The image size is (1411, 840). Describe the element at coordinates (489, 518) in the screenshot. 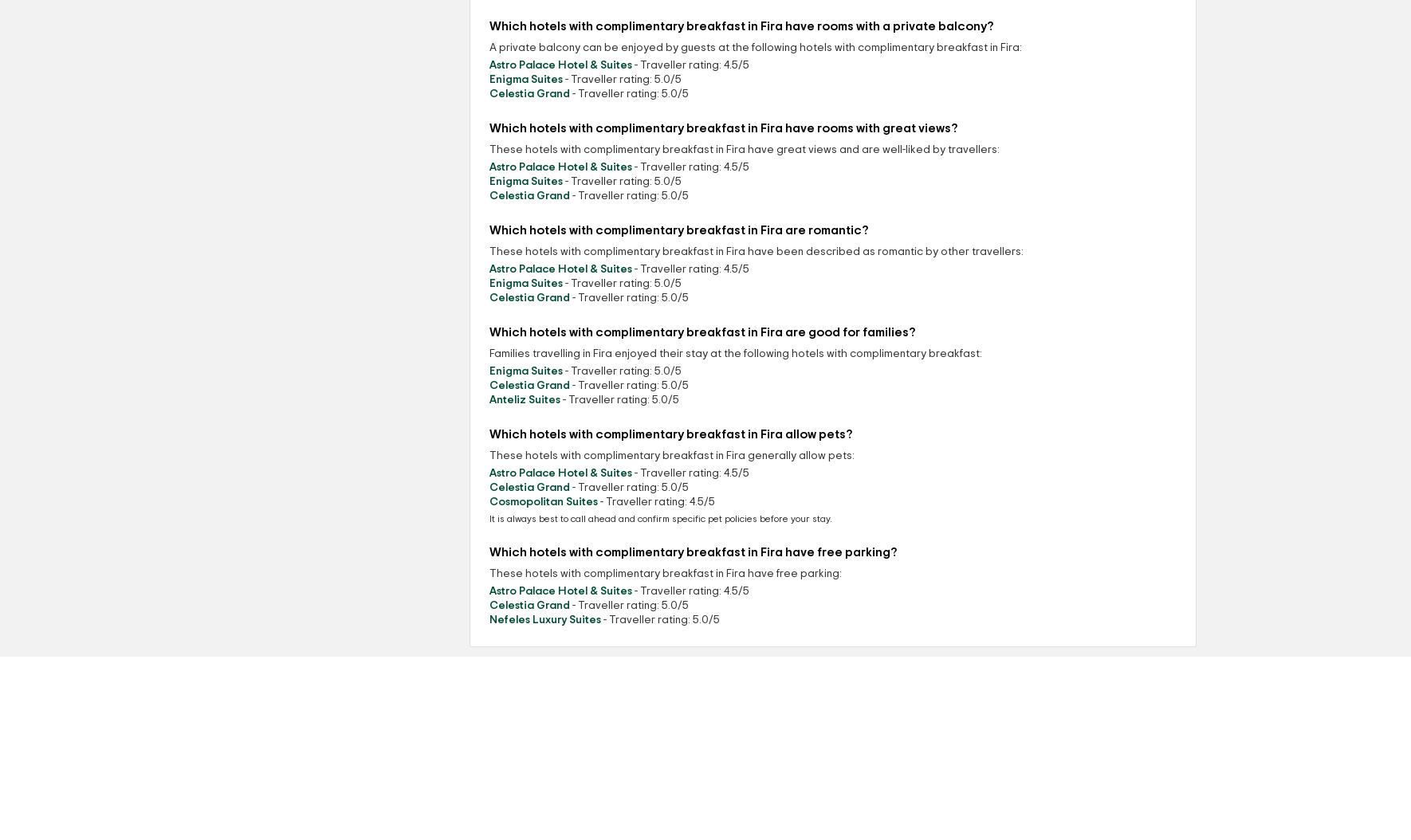

I see `'It is always best to call ahead and confirm specific pet policies before your stay.'` at that location.